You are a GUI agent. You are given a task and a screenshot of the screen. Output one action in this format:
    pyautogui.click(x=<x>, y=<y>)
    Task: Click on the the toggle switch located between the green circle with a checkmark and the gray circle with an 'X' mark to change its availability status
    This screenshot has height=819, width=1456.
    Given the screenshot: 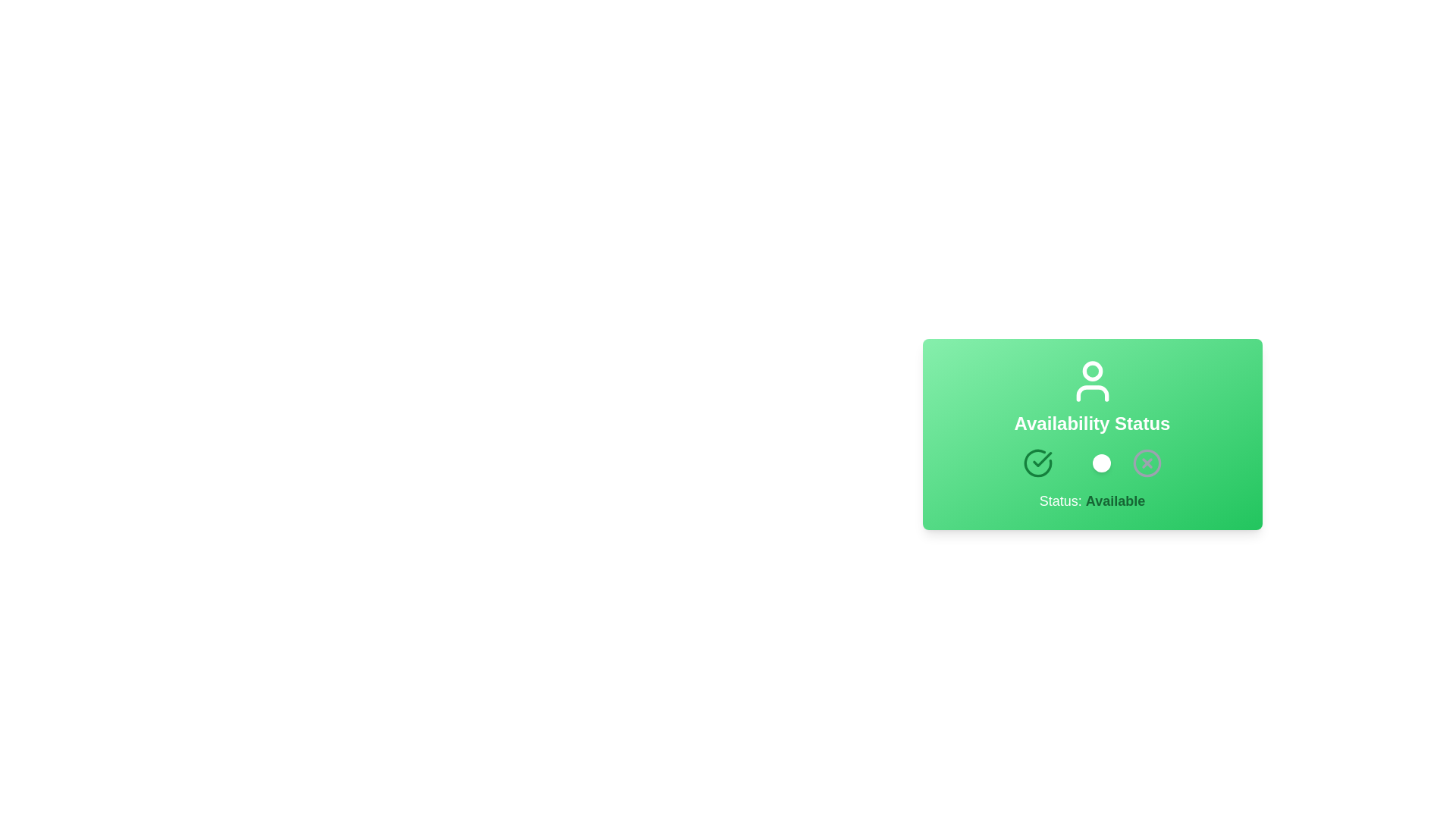 What is the action you would take?
    pyautogui.click(x=1092, y=462)
    